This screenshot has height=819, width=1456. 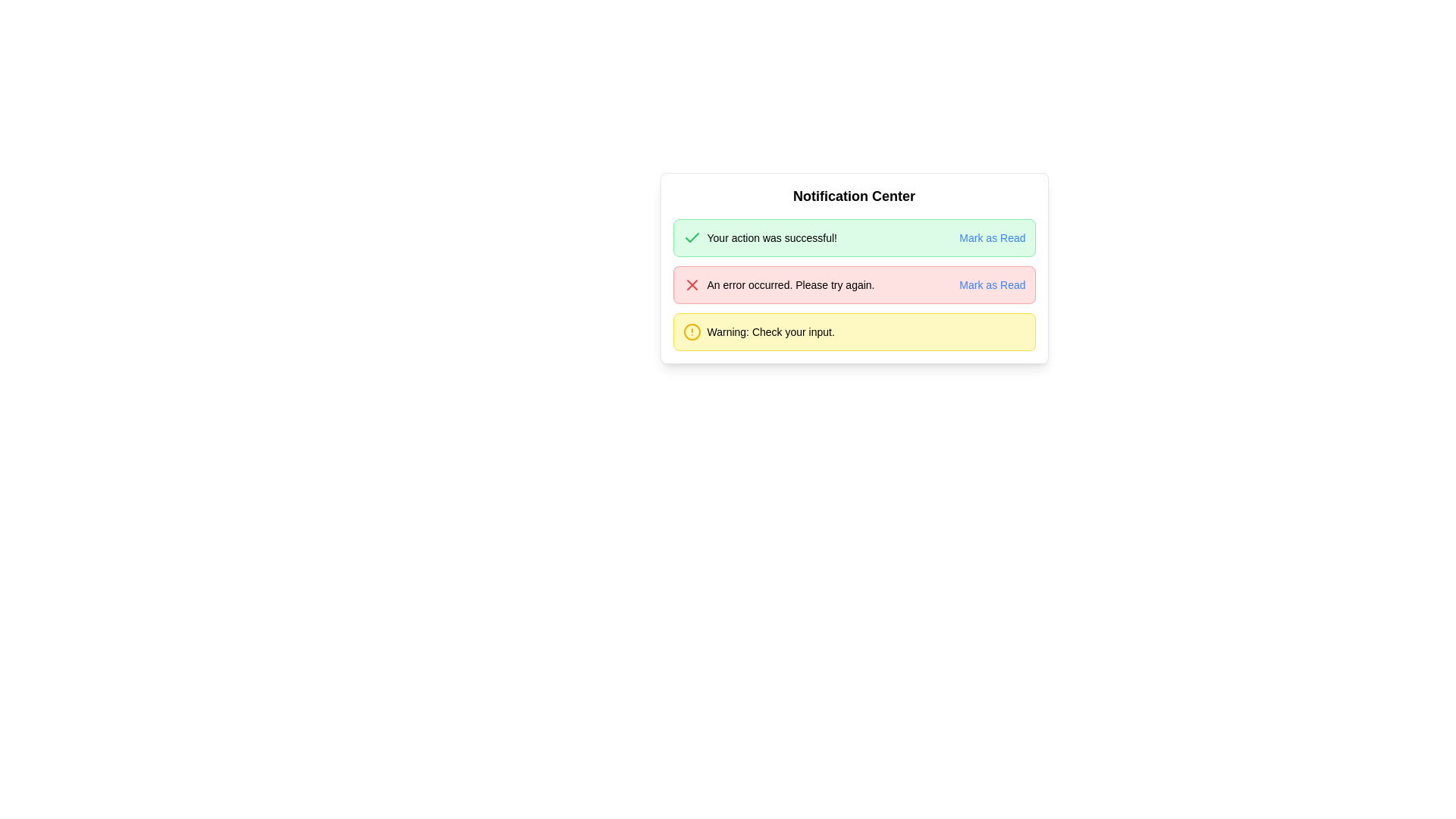 What do you see at coordinates (854, 331) in the screenshot?
I see `message content of the Notification card, which serves as a warning notification located in the notification center, specifically the third card in the vertical stack` at bounding box center [854, 331].